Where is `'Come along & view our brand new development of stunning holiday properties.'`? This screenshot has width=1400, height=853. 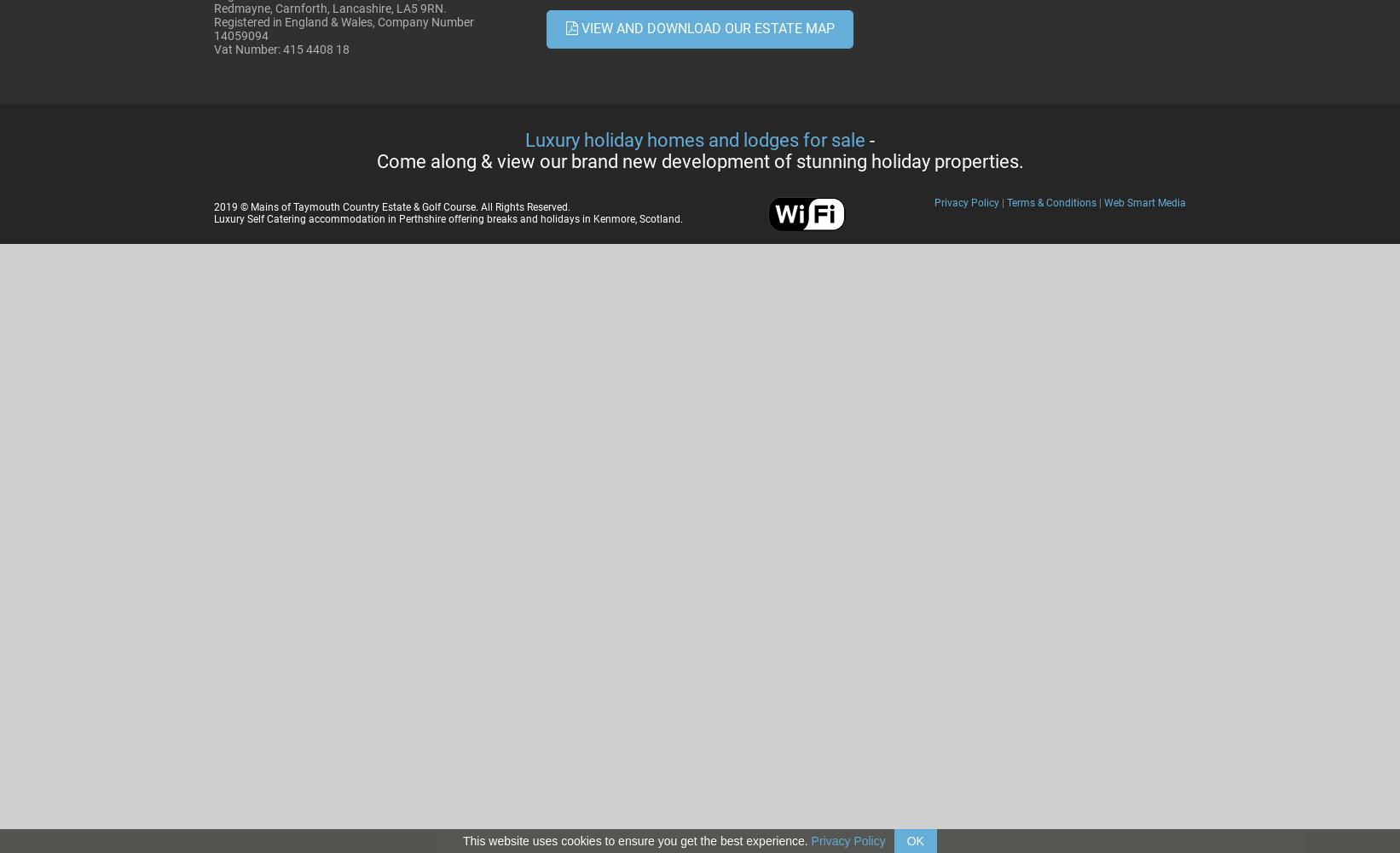
'Come along & view our brand new development of stunning holiday properties.' is located at coordinates (698, 160).